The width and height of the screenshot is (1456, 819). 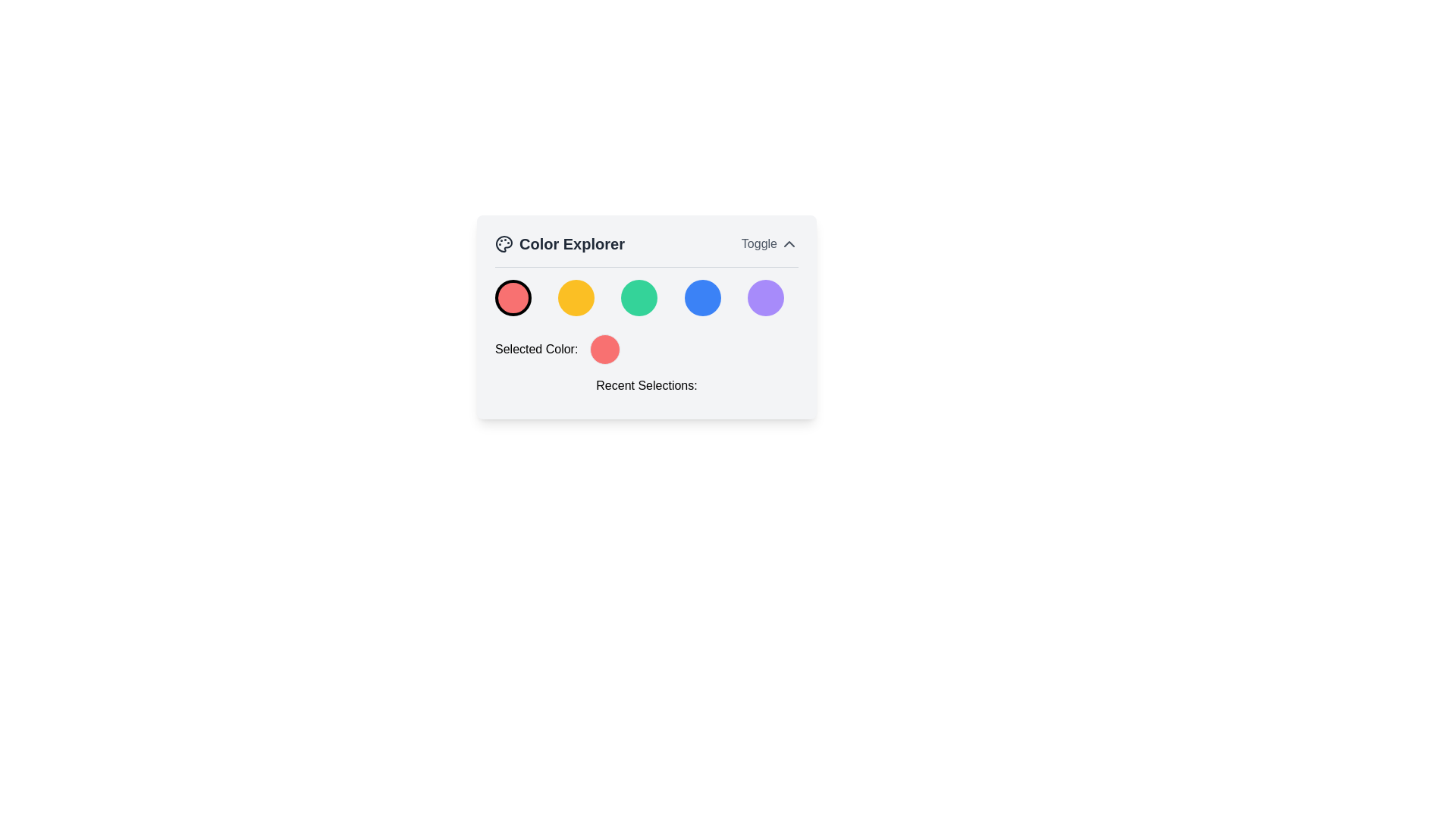 I want to click on the color representation by interacting with the color indicator that visually represents the currently selected color, which is centrally placed to the right of the 'Selected Color:' label, so click(x=604, y=350).